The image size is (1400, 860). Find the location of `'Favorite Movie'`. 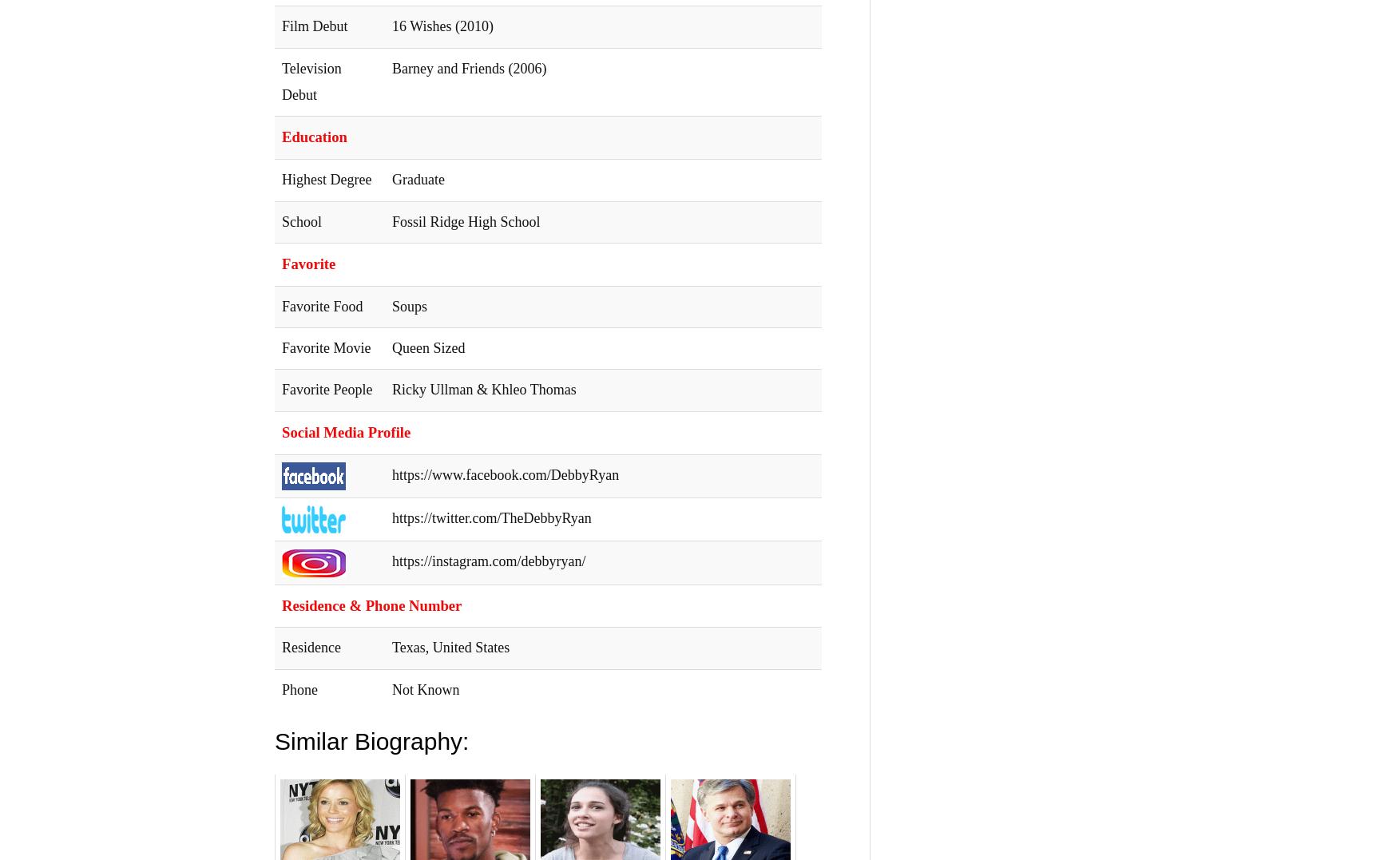

'Favorite Movie' is located at coordinates (325, 347).